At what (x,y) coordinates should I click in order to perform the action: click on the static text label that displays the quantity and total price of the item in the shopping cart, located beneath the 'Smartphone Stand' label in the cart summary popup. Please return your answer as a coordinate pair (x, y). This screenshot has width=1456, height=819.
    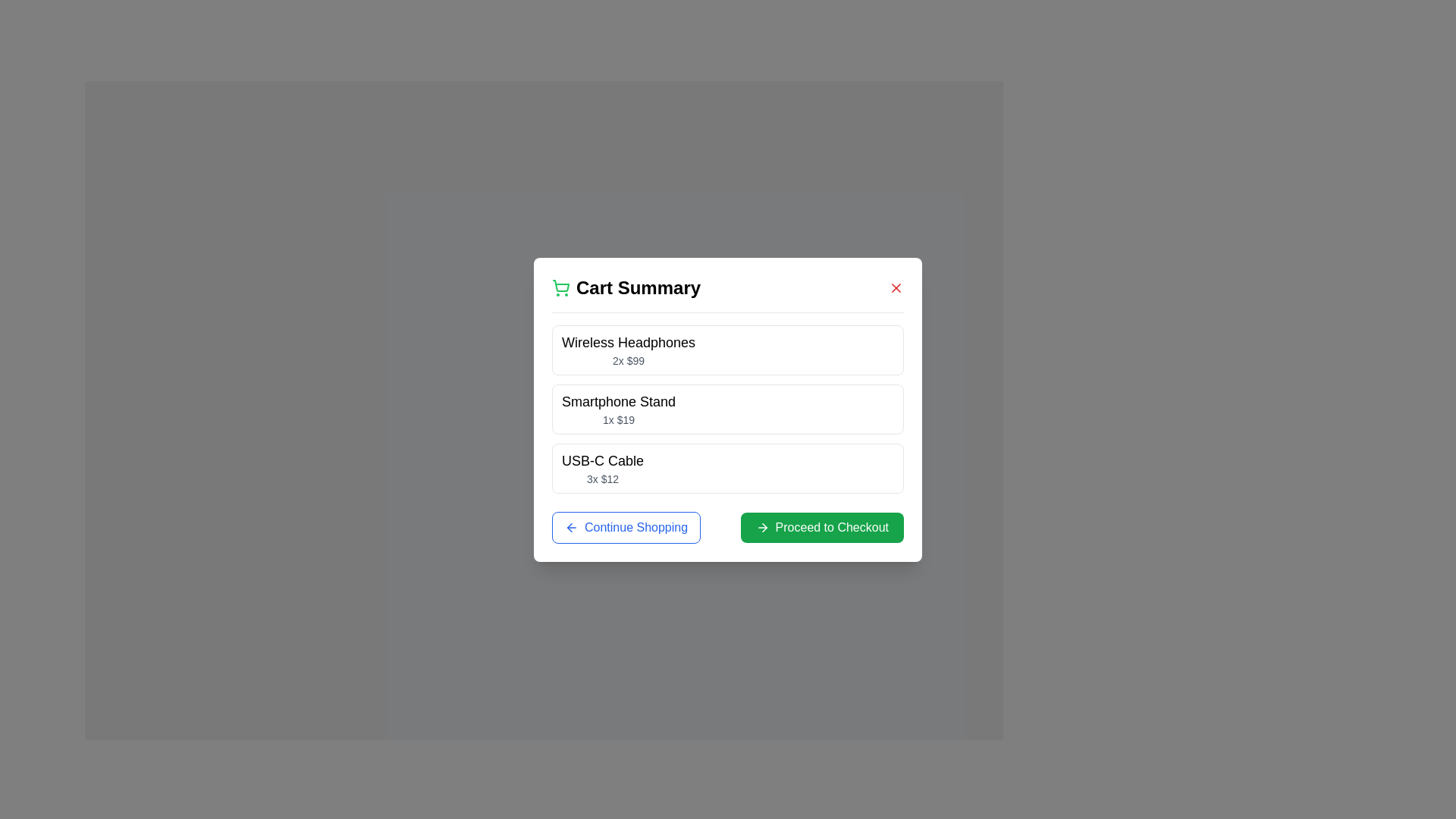
    Looking at the image, I should click on (619, 419).